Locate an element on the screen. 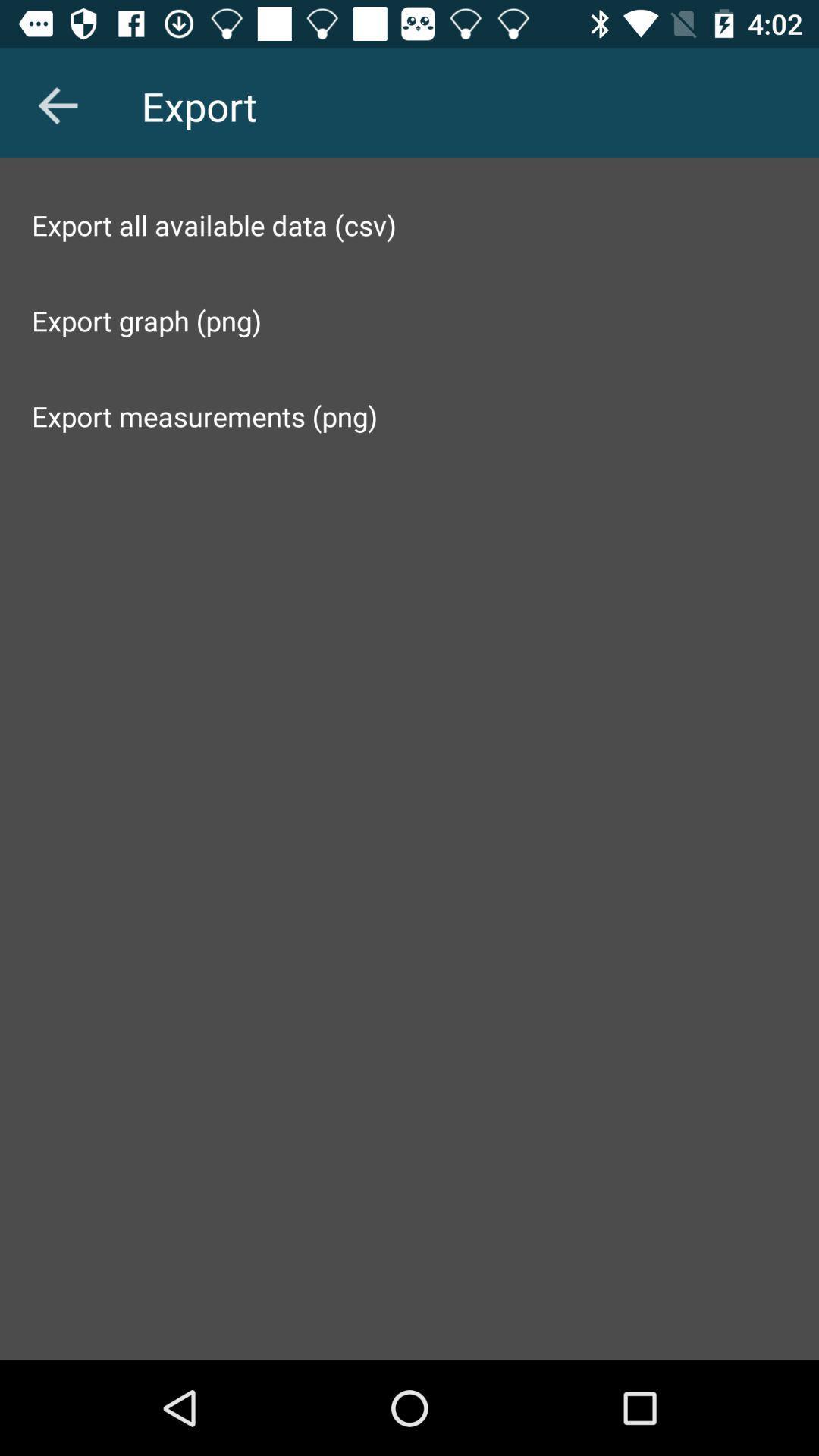 The image size is (819, 1456). item above export all available is located at coordinates (57, 105).